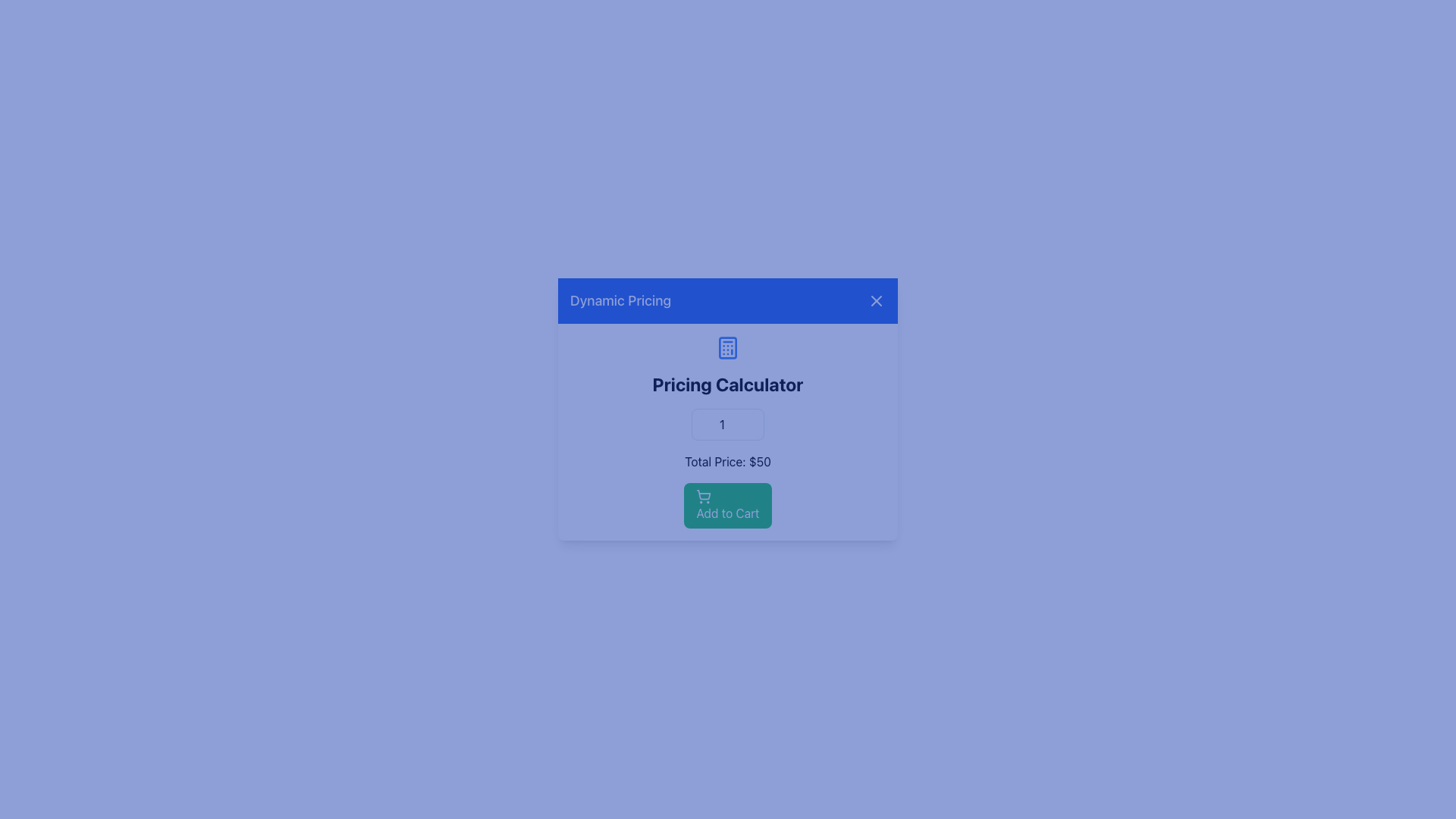 The height and width of the screenshot is (819, 1456). What do you see at coordinates (728, 424) in the screenshot?
I see `the numeric input field with a white background, rounded corners, and centered number '1' located under the title 'Pricing Calculator'` at bounding box center [728, 424].